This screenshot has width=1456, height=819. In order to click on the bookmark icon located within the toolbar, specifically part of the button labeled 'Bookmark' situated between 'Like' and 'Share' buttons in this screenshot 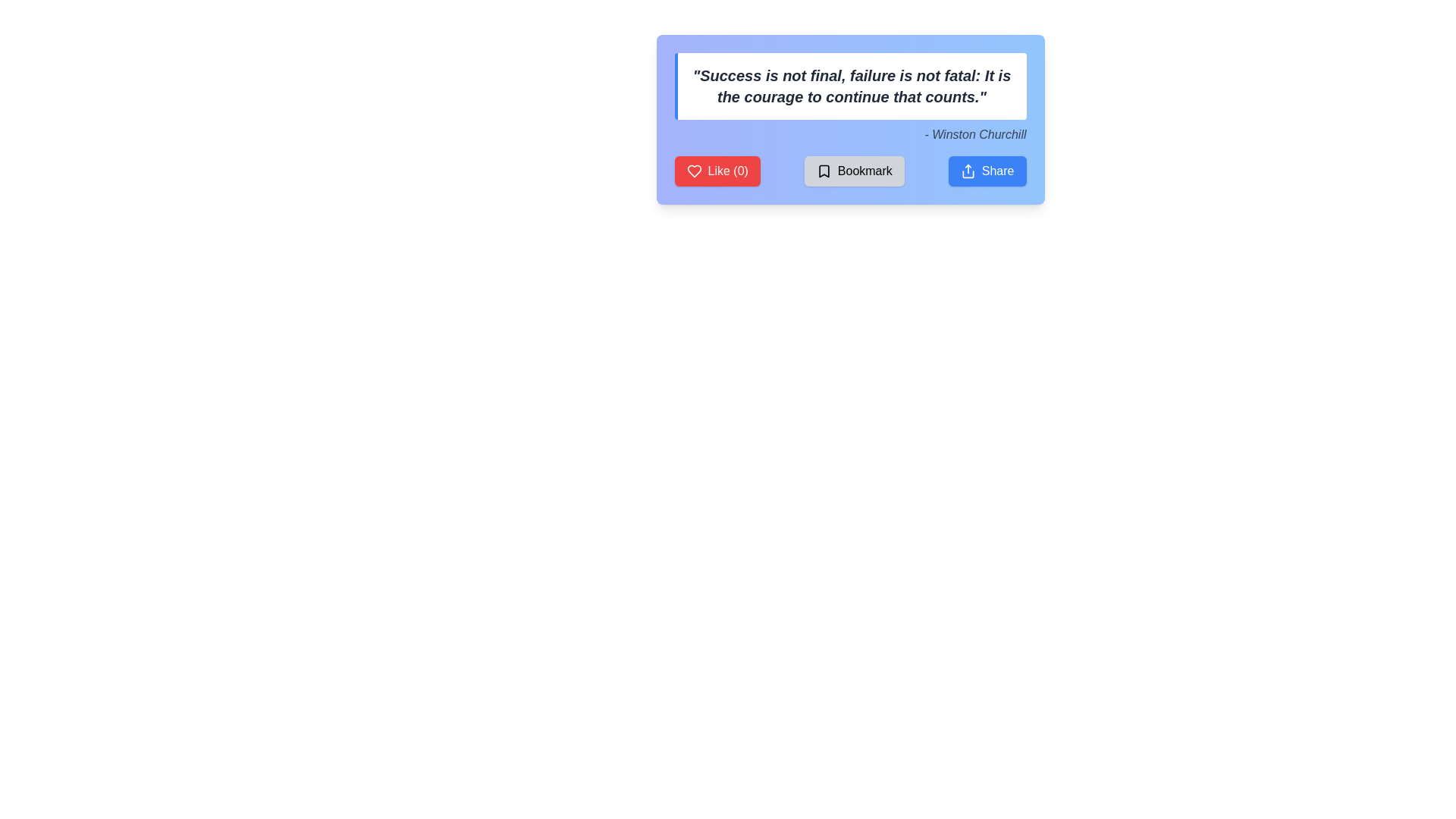, I will do `click(823, 171)`.